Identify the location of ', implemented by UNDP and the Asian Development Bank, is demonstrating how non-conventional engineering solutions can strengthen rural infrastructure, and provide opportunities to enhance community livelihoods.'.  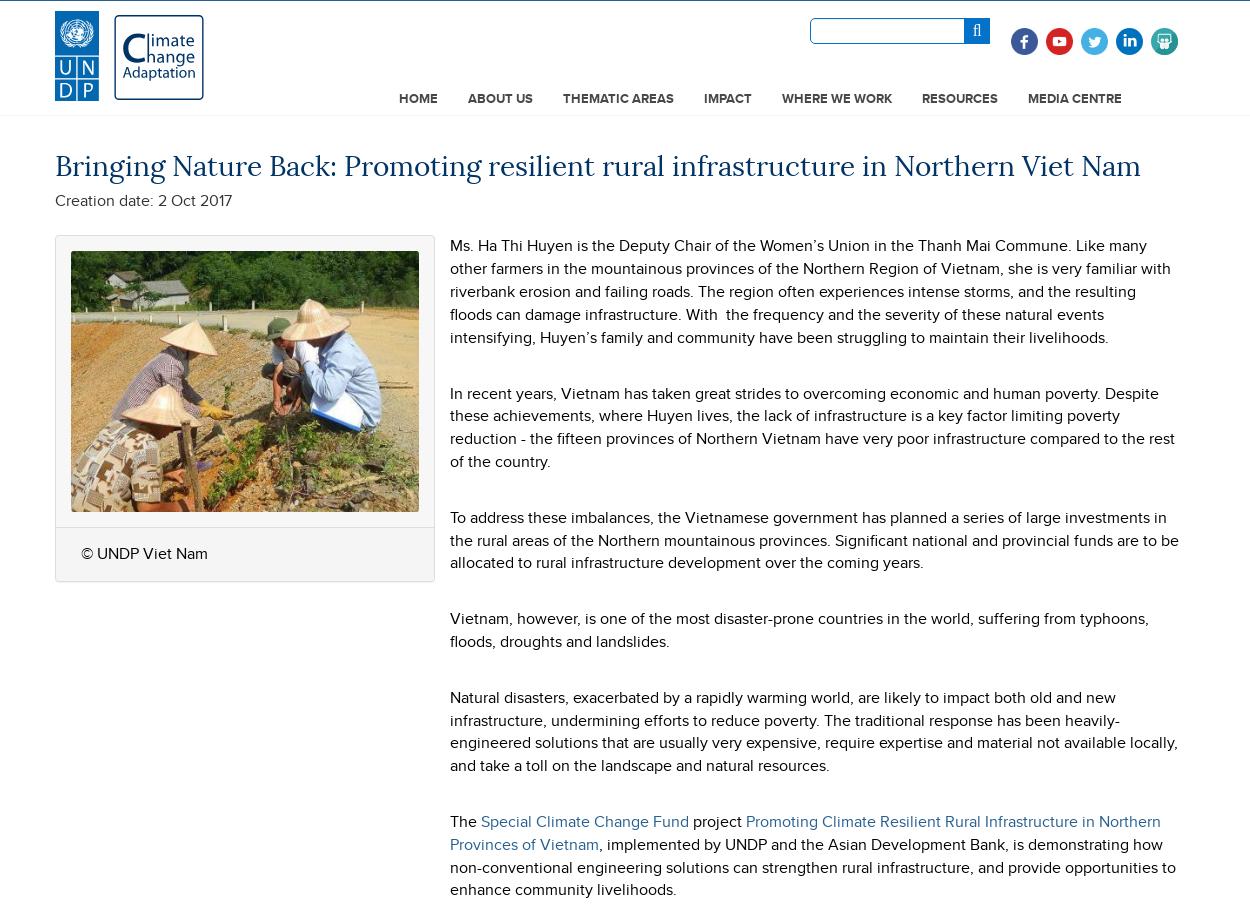
(812, 866).